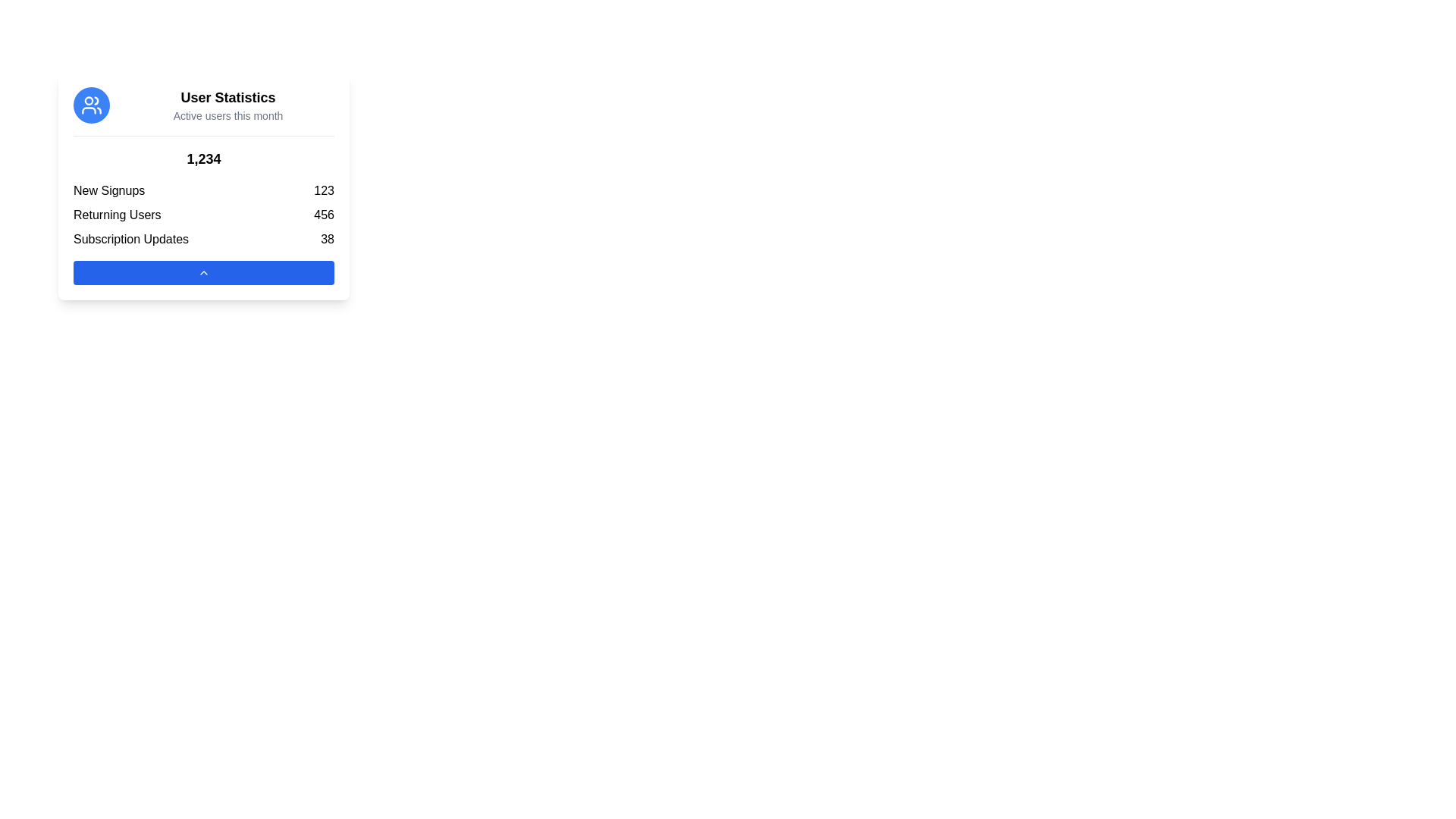 The image size is (1456, 819). I want to click on the Text Label element titled 'User Statistics', so click(227, 97).